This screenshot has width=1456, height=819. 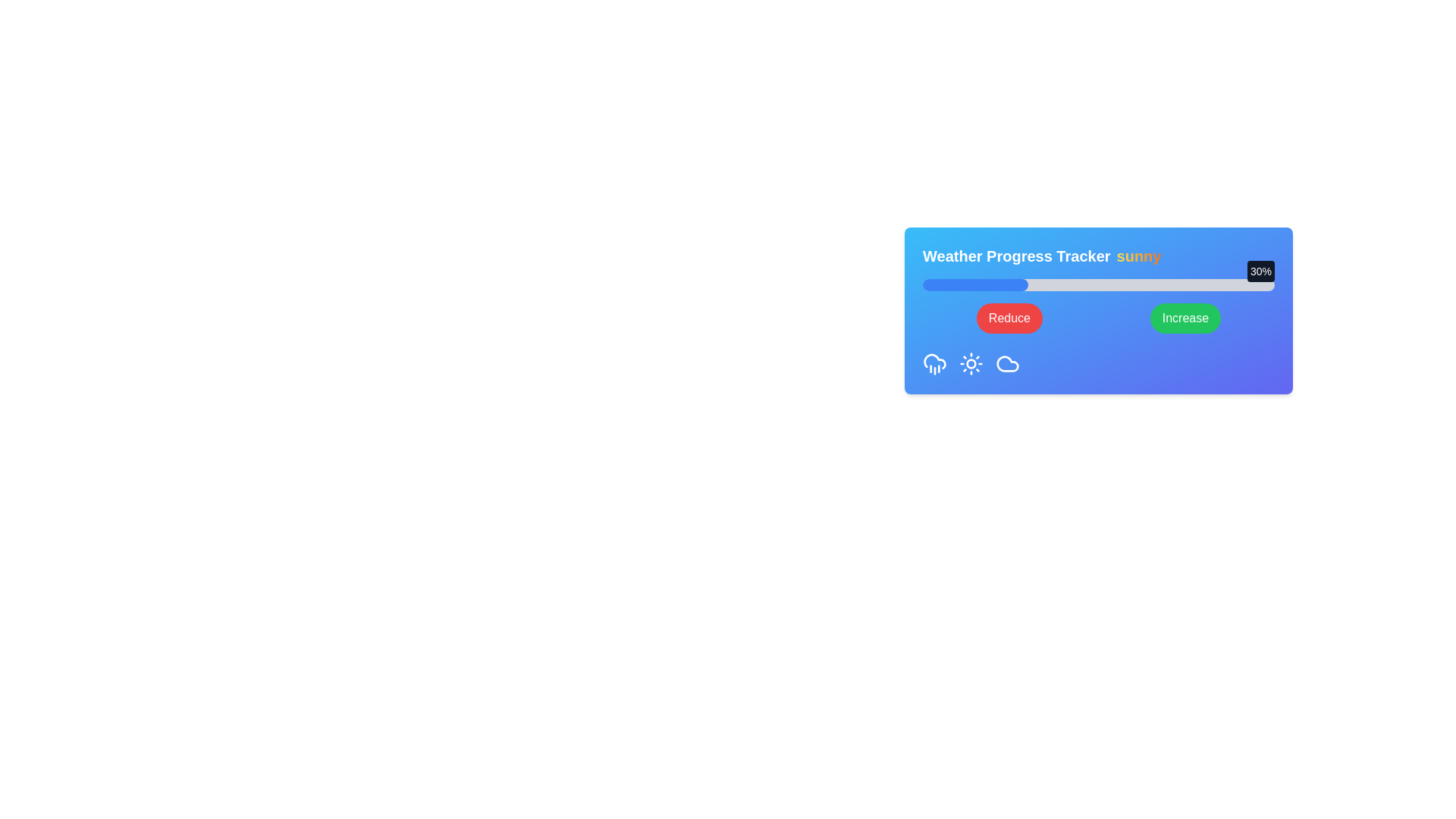 What do you see at coordinates (1260, 271) in the screenshot?
I see `the text display element that shows '30%' in white on a dark gray background, positioned at the top-right corner of the progress bar` at bounding box center [1260, 271].